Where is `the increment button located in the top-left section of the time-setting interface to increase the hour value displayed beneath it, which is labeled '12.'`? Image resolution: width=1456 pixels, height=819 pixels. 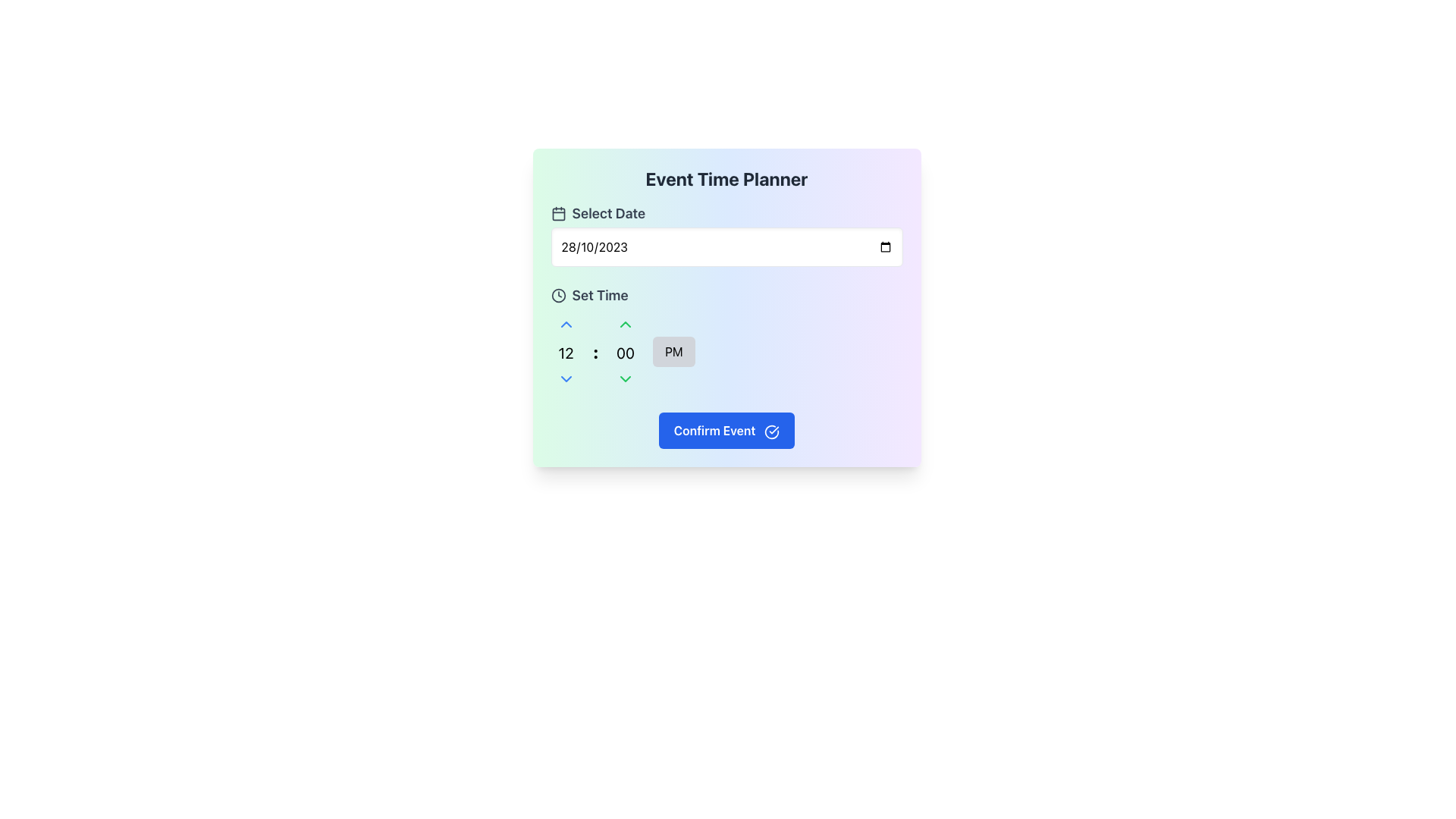 the increment button located in the top-left section of the time-setting interface to increase the hour value displayed beneath it, which is labeled '12.' is located at coordinates (565, 324).